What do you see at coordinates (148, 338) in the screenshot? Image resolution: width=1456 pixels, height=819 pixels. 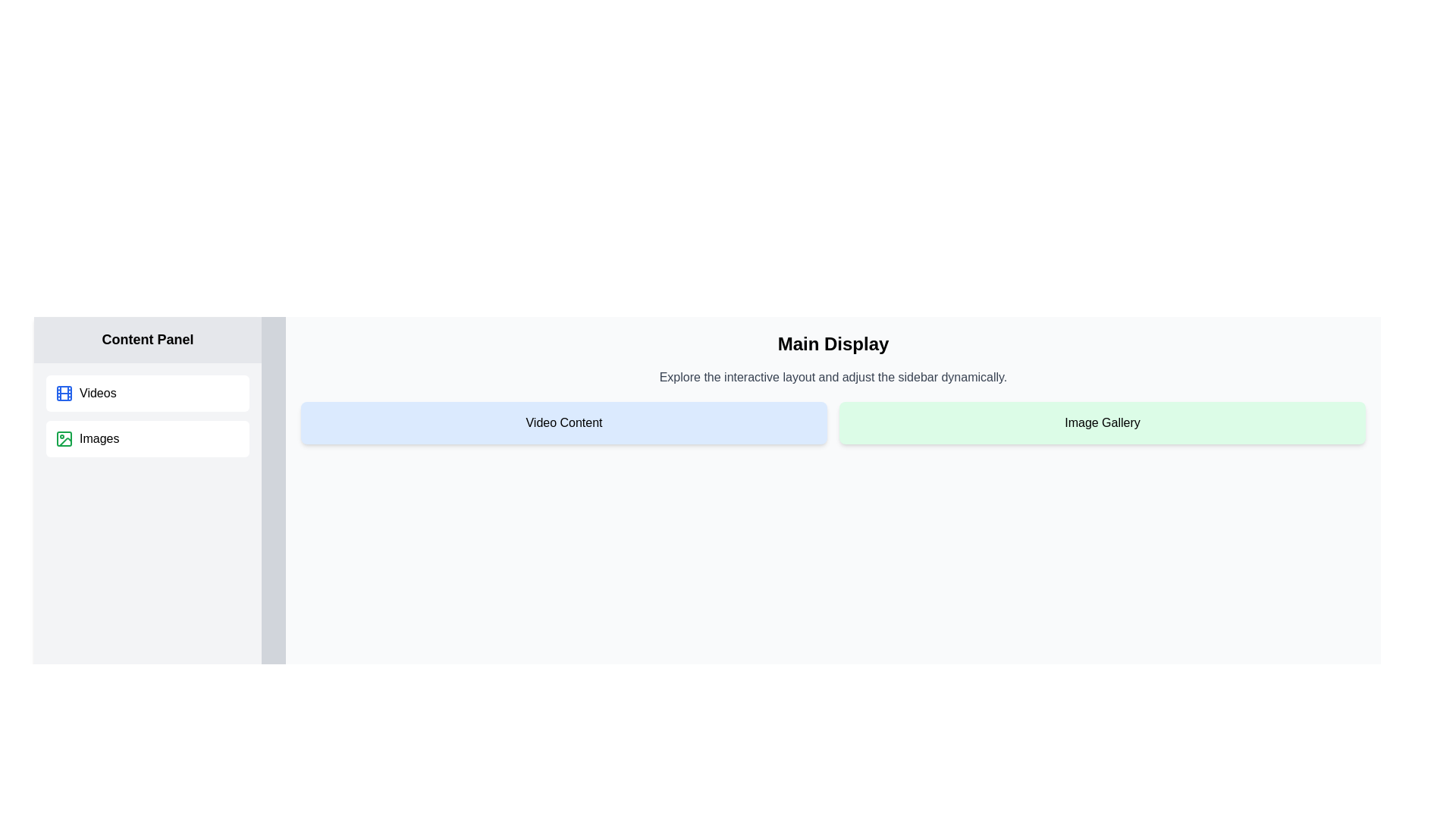 I see `the 'Content Panel' header, which is a bold, large text section located at the top-left corner of the vertical sidebar` at bounding box center [148, 338].